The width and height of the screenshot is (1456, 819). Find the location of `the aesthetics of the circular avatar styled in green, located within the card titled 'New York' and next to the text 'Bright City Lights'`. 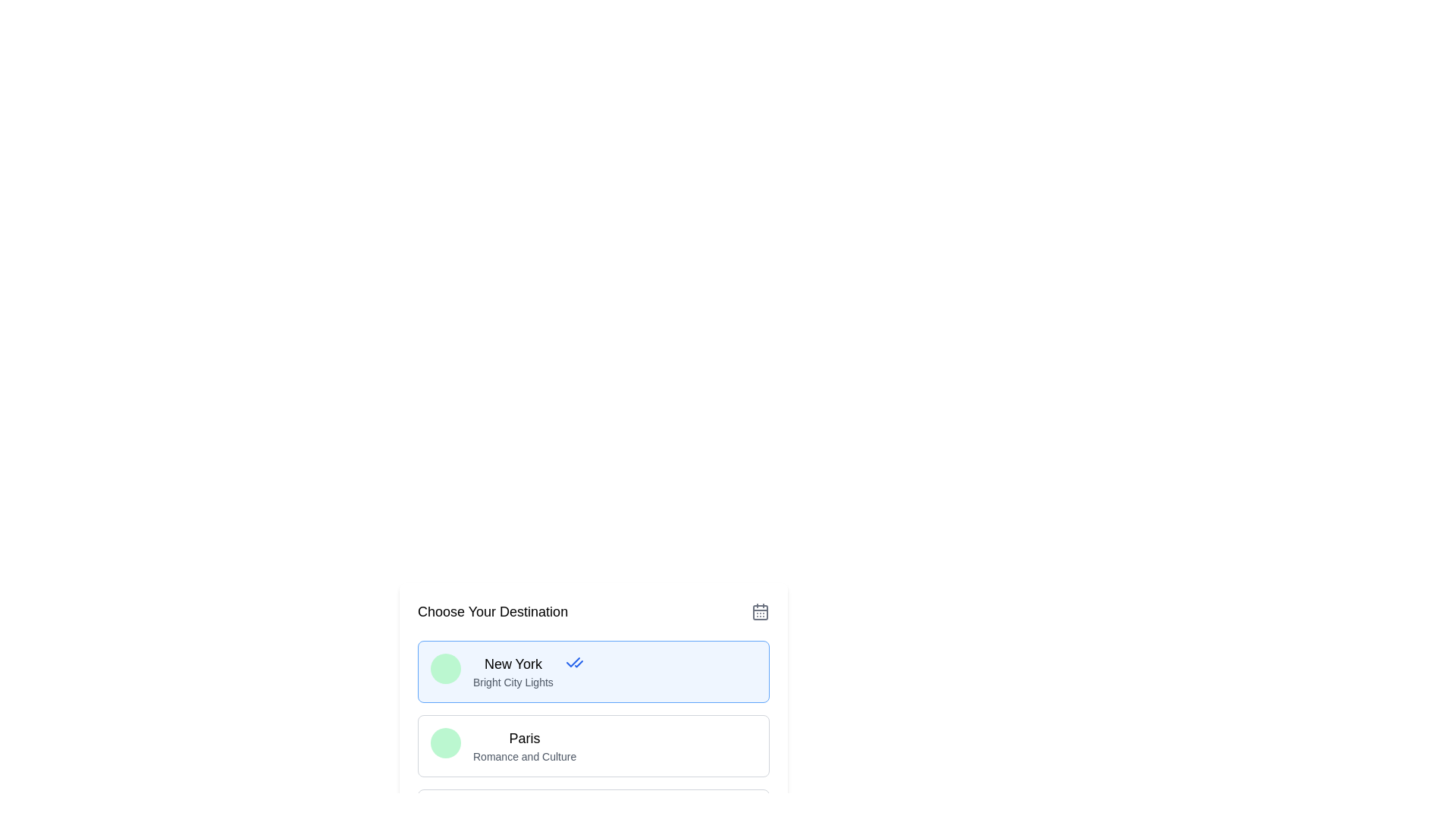

the aesthetics of the circular avatar styled in green, located within the card titled 'New York' and next to the text 'Bright City Lights' is located at coordinates (445, 668).